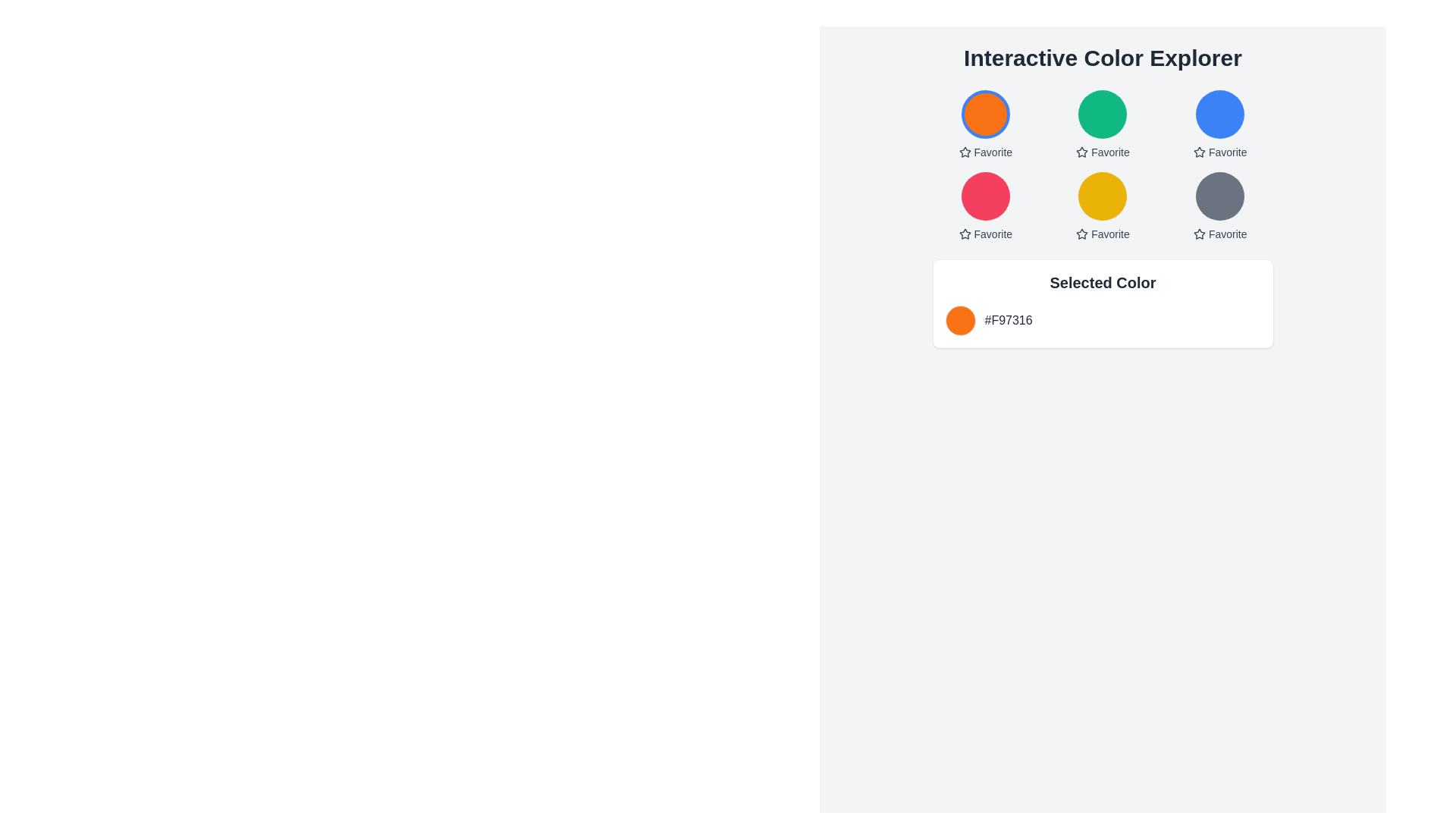  I want to click on the text label reading 'Favorite' which is located in the top row, third column of the grid layout, next to a star icon, so click(1228, 152).